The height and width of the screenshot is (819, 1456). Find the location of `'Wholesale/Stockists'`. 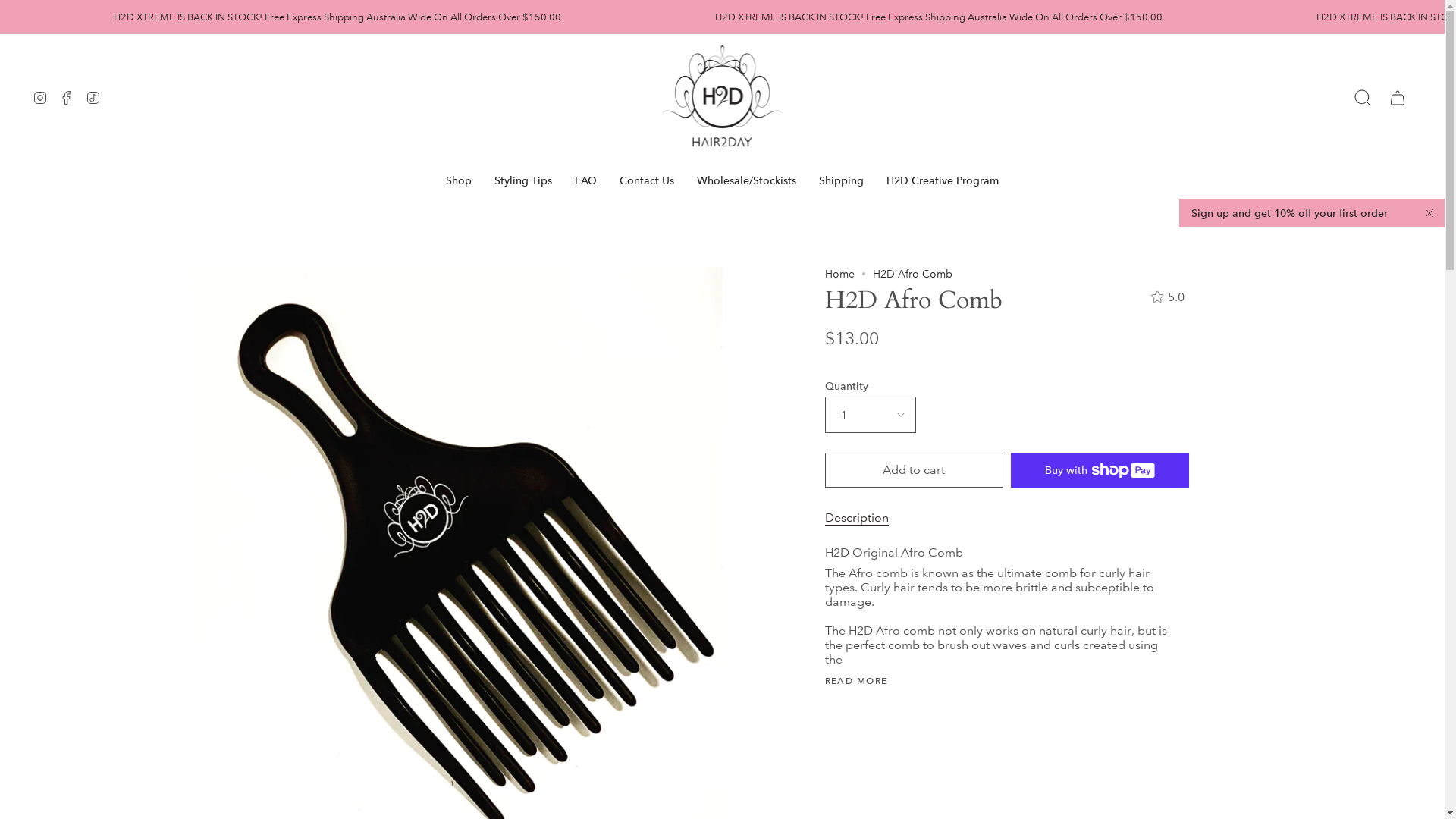

'Wholesale/Stockists' is located at coordinates (746, 180).